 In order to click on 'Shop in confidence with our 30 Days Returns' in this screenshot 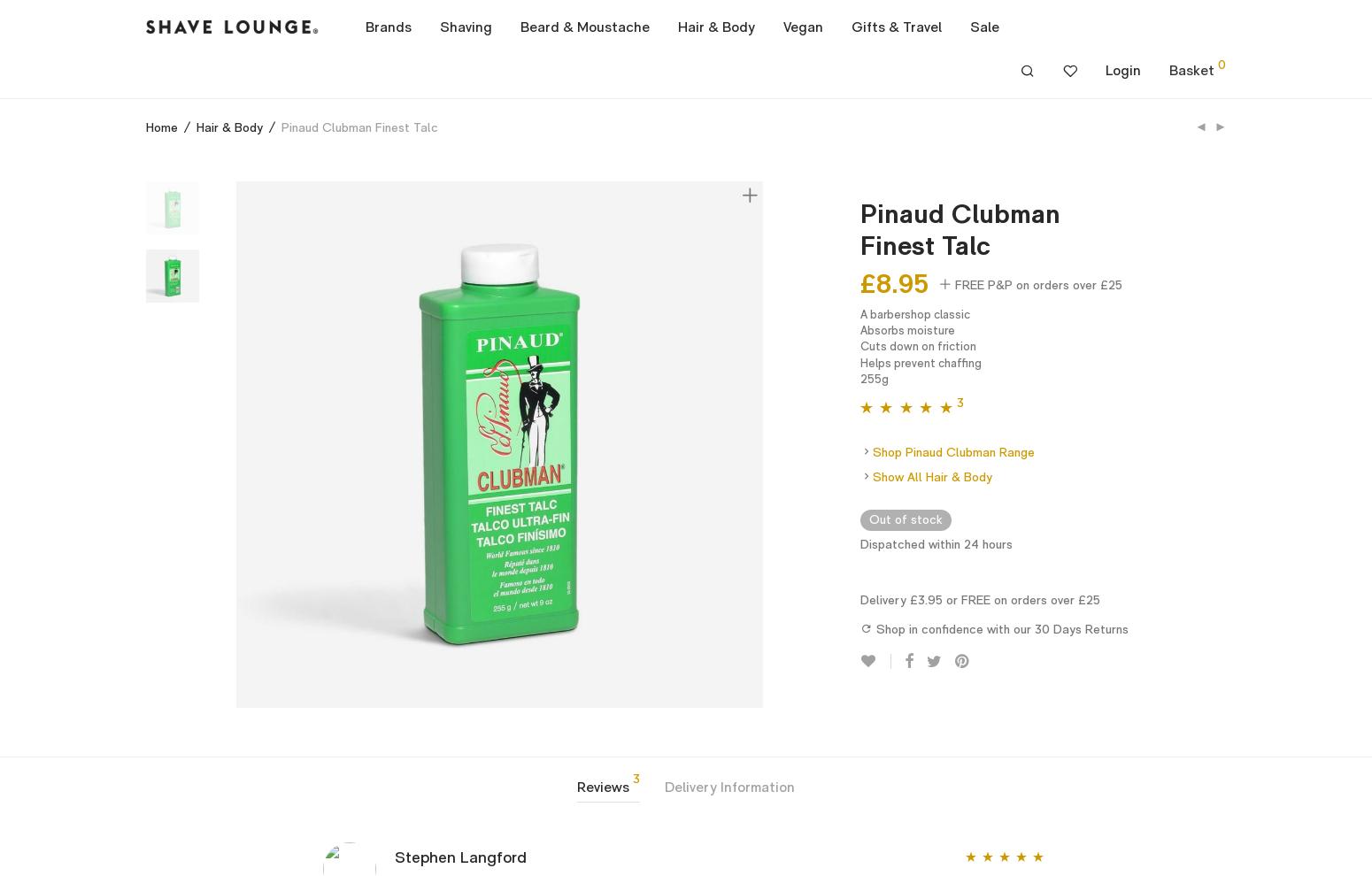, I will do `click(998, 627)`.